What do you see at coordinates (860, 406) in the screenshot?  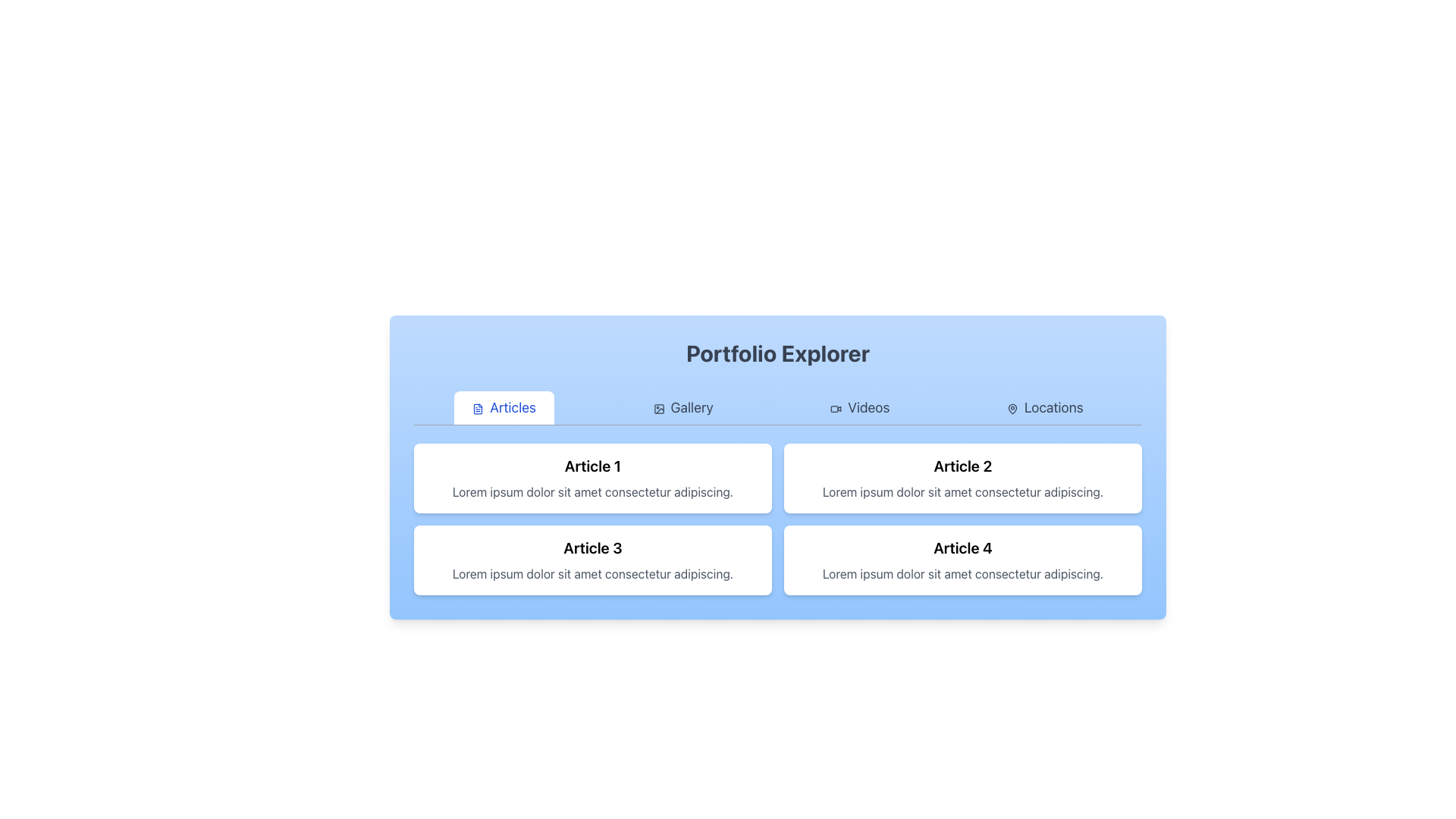 I see `the 'Videos' button in the horizontal navigation bar` at bounding box center [860, 406].